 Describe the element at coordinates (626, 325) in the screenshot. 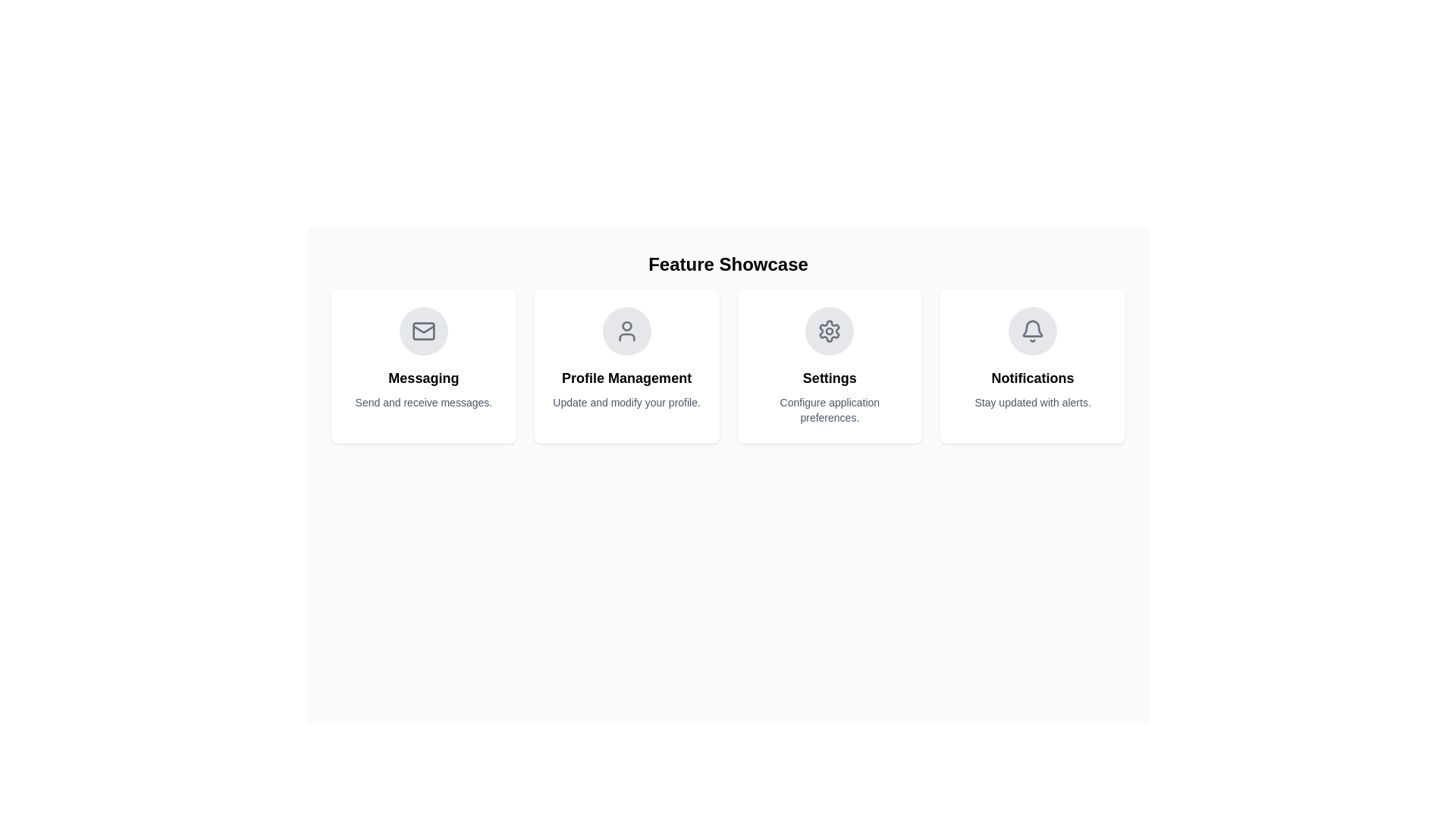

I see `the circular user profile icon located at the upper center of the 'Profile Management' card, which is beneath the 'Feature Showcase' title` at that location.